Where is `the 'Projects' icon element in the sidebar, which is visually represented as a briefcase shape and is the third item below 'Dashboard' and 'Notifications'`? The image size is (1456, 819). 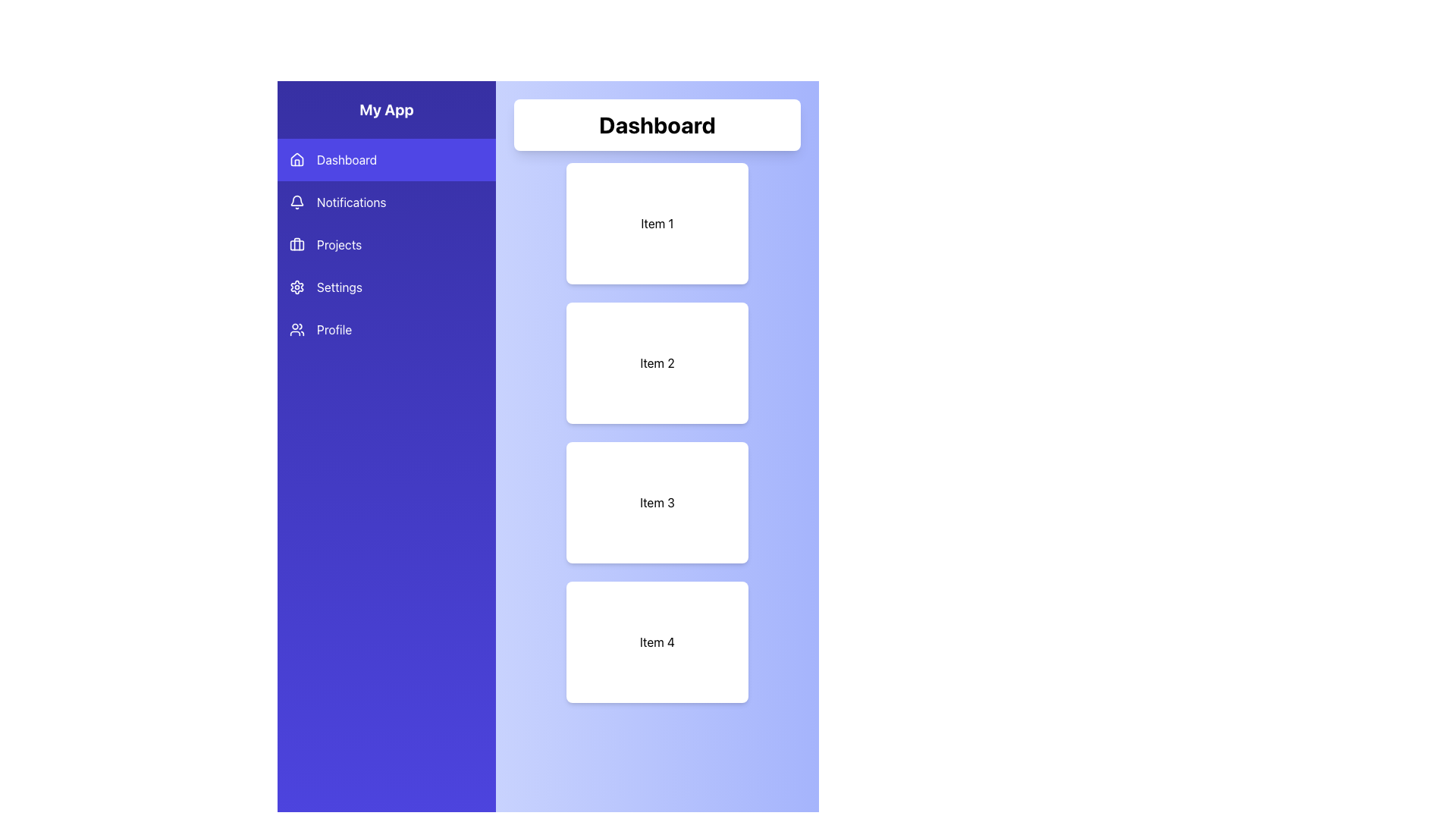
the 'Projects' icon element in the sidebar, which is visually represented as a briefcase shape and is the third item below 'Dashboard' and 'Notifications' is located at coordinates (297, 244).